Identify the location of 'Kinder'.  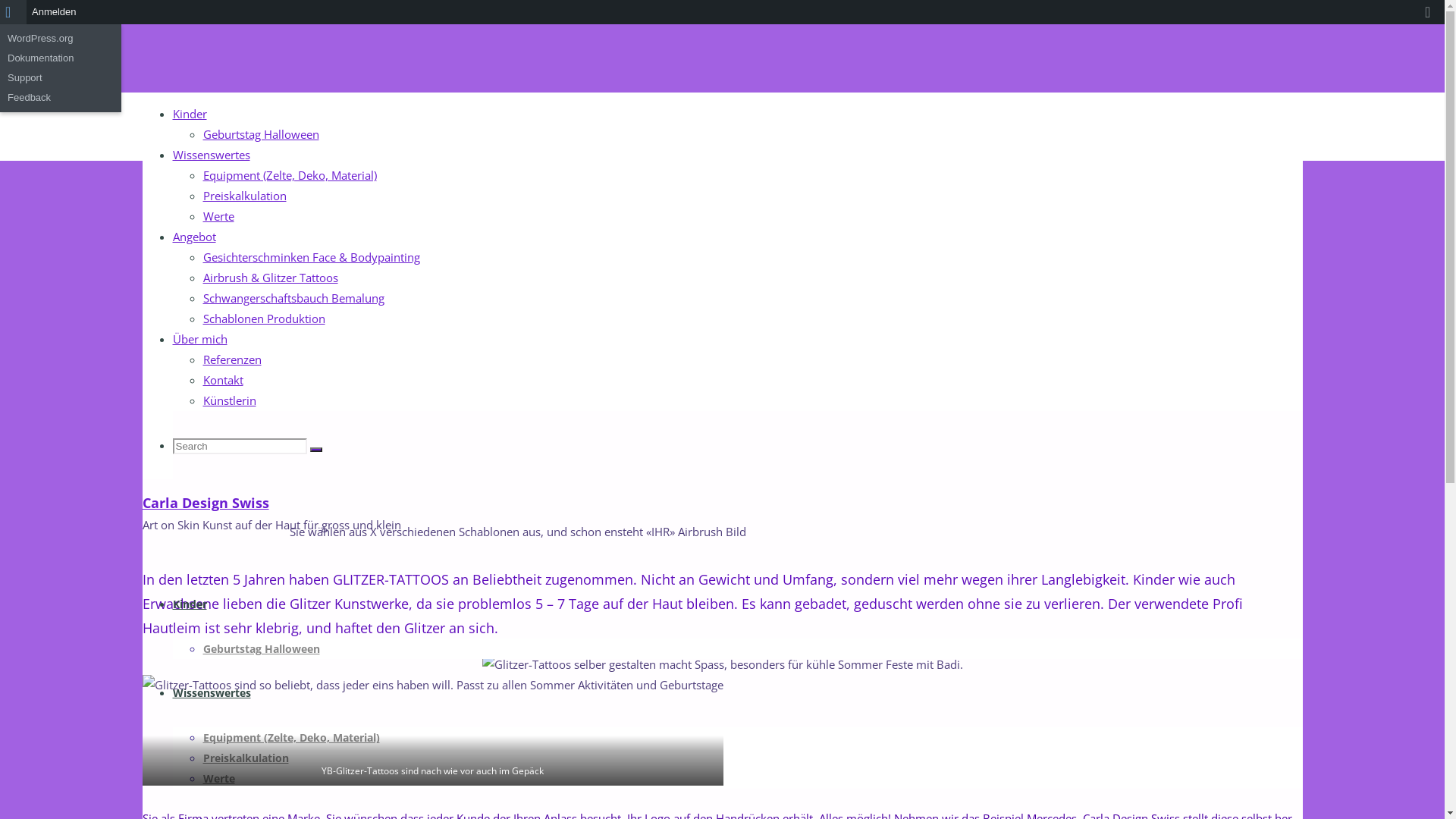
(189, 113).